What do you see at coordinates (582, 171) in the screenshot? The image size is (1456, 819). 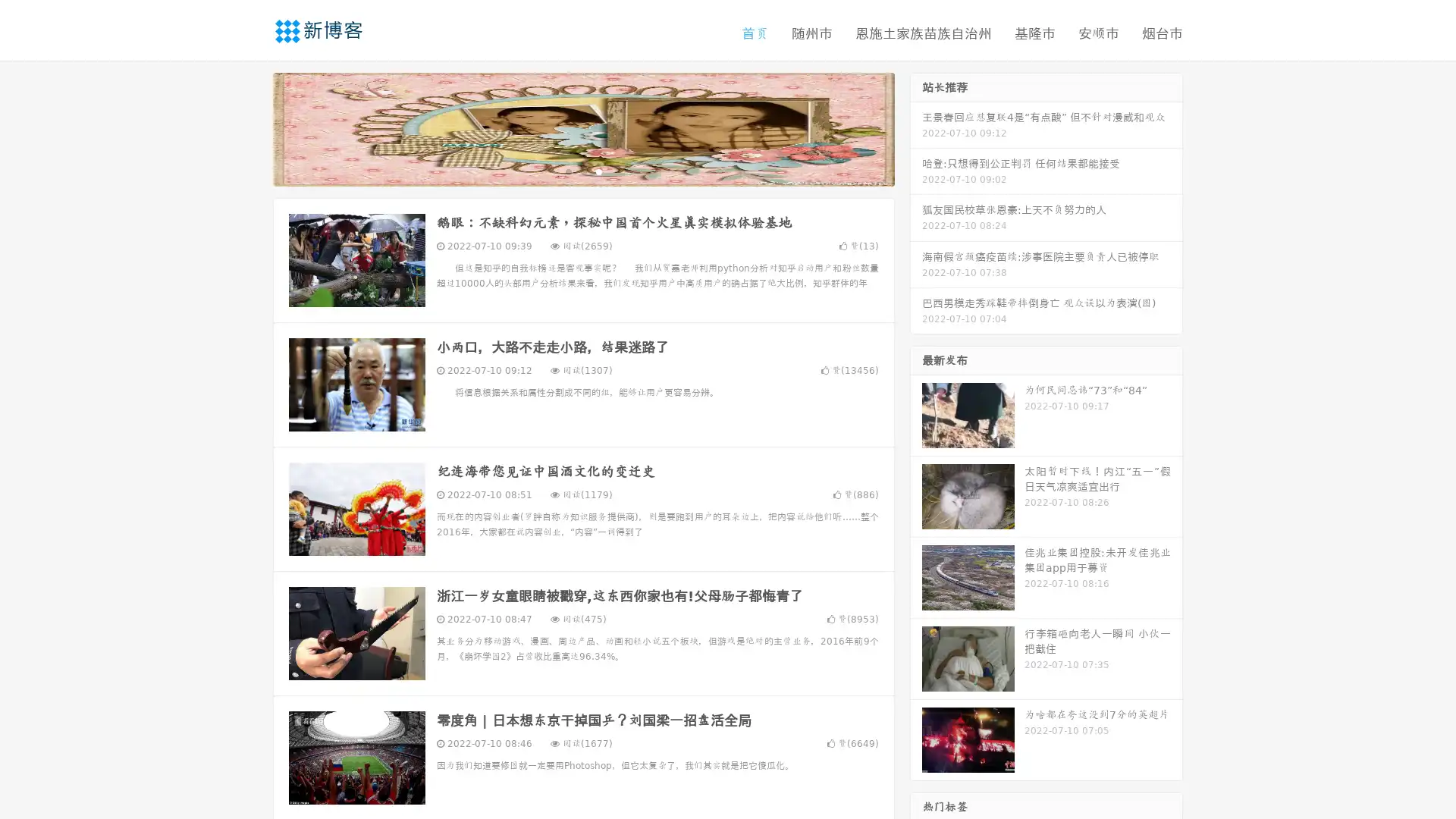 I see `Go to slide 2` at bounding box center [582, 171].